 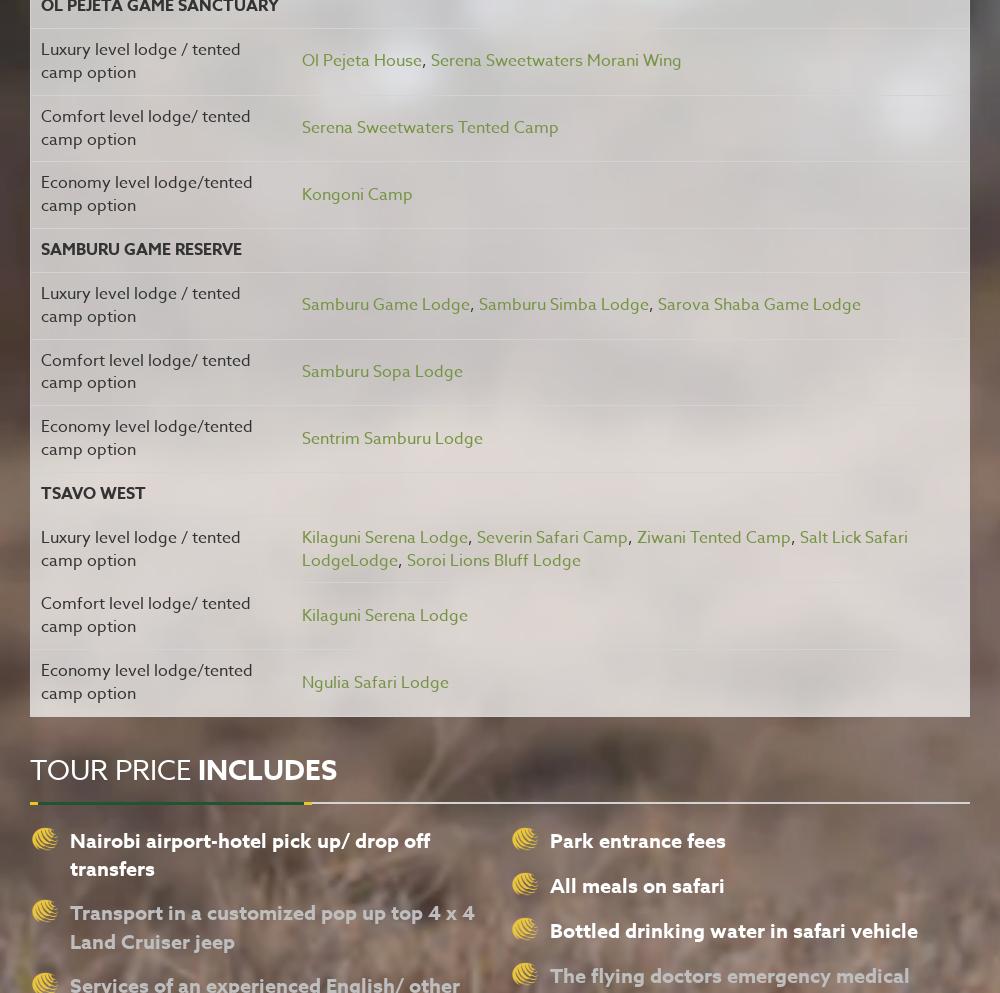 What do you see at coordinates (429, 127) in the screenshot?
I see `'Serena Sweetwaters Tented Camp'` at bounding box center [429, 127].